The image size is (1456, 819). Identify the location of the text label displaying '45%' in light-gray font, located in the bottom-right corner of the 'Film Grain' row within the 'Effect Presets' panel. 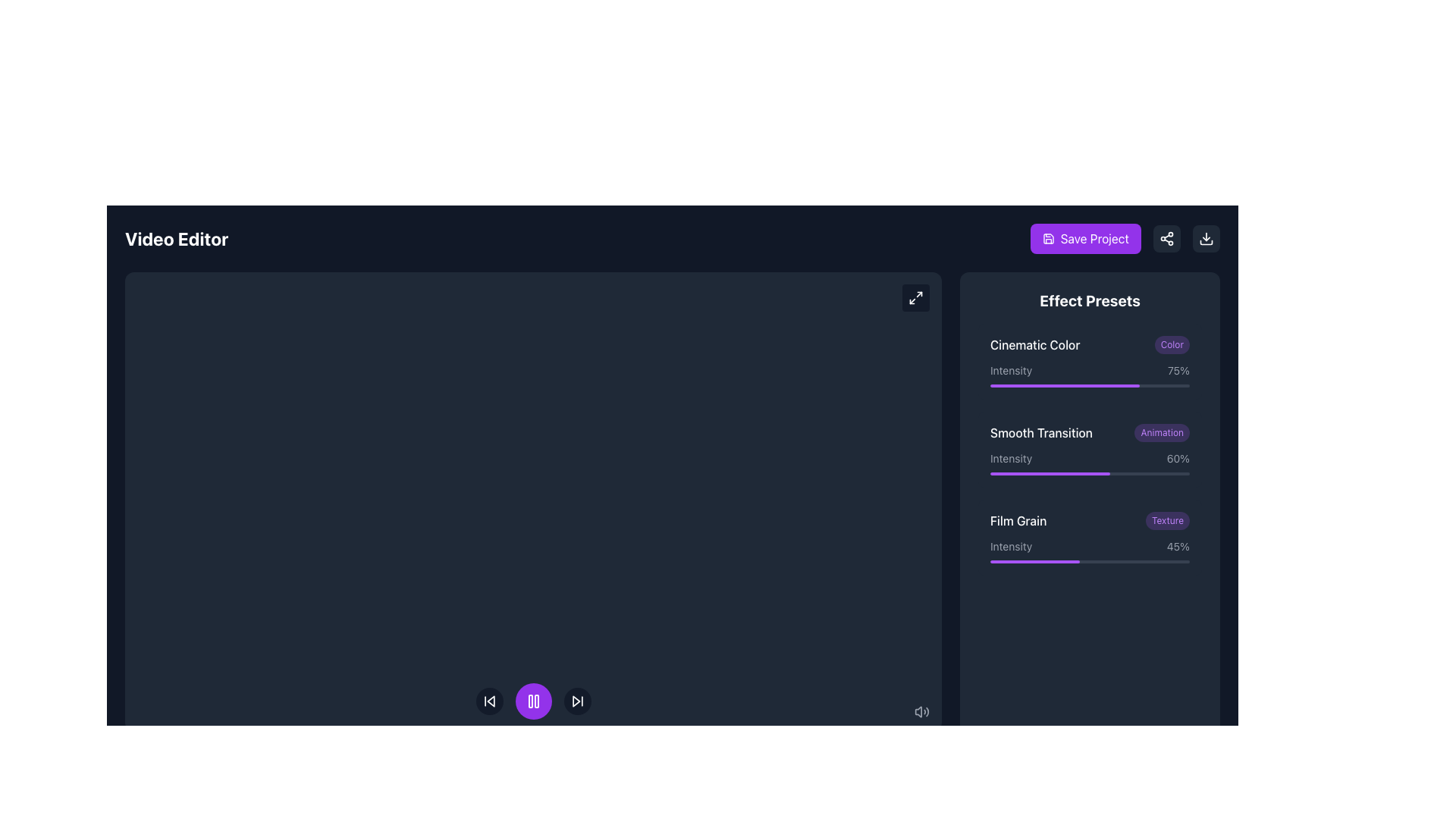
(1177, 547).